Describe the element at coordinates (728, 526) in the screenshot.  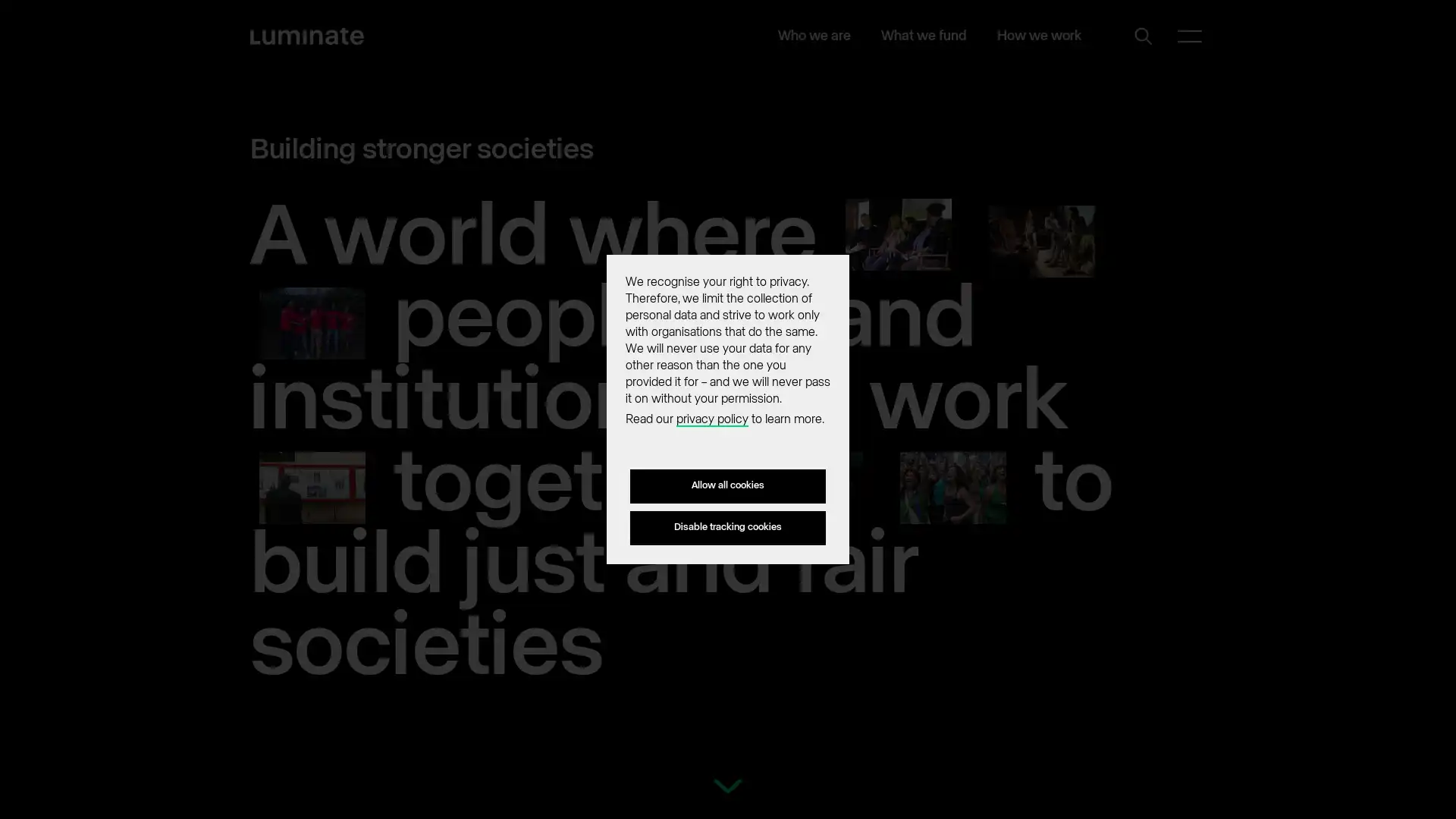
I see `Disable tracking cookies` at that location.